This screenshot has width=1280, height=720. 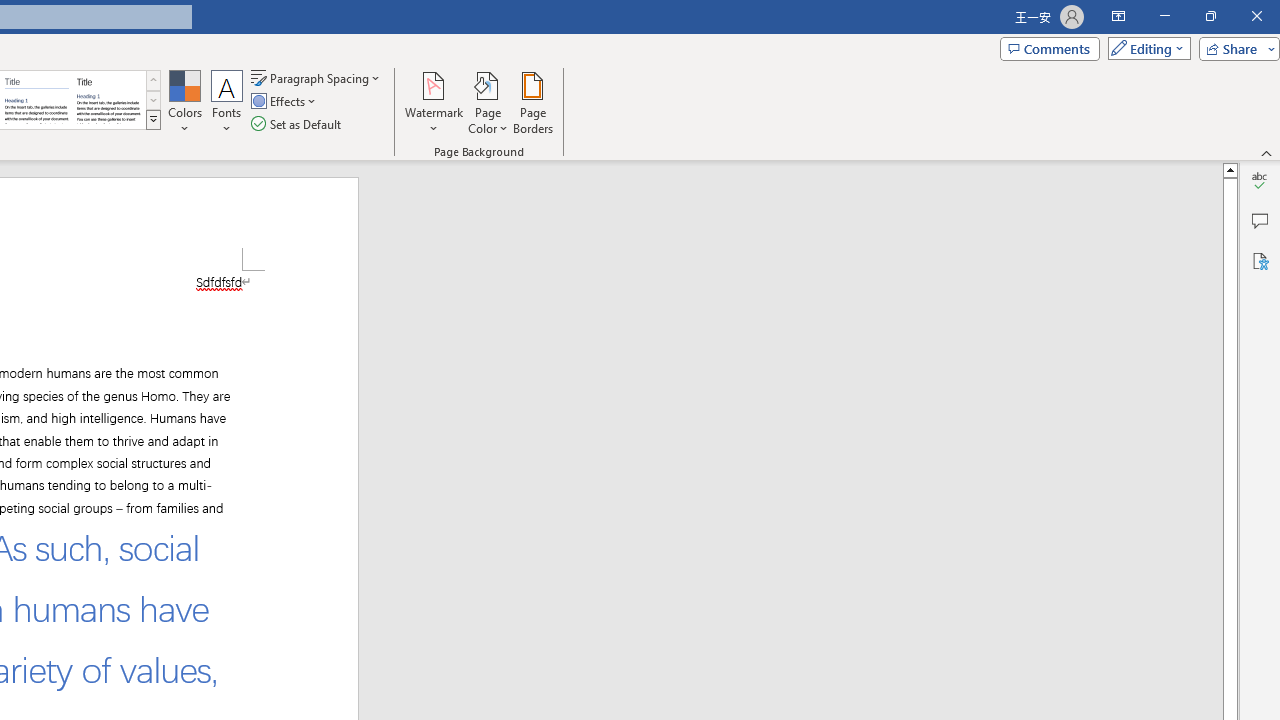 What do you see at coordinates (433, 103) in the screenshot?
I see `'Watermark'` at bounding box center [433, 103].